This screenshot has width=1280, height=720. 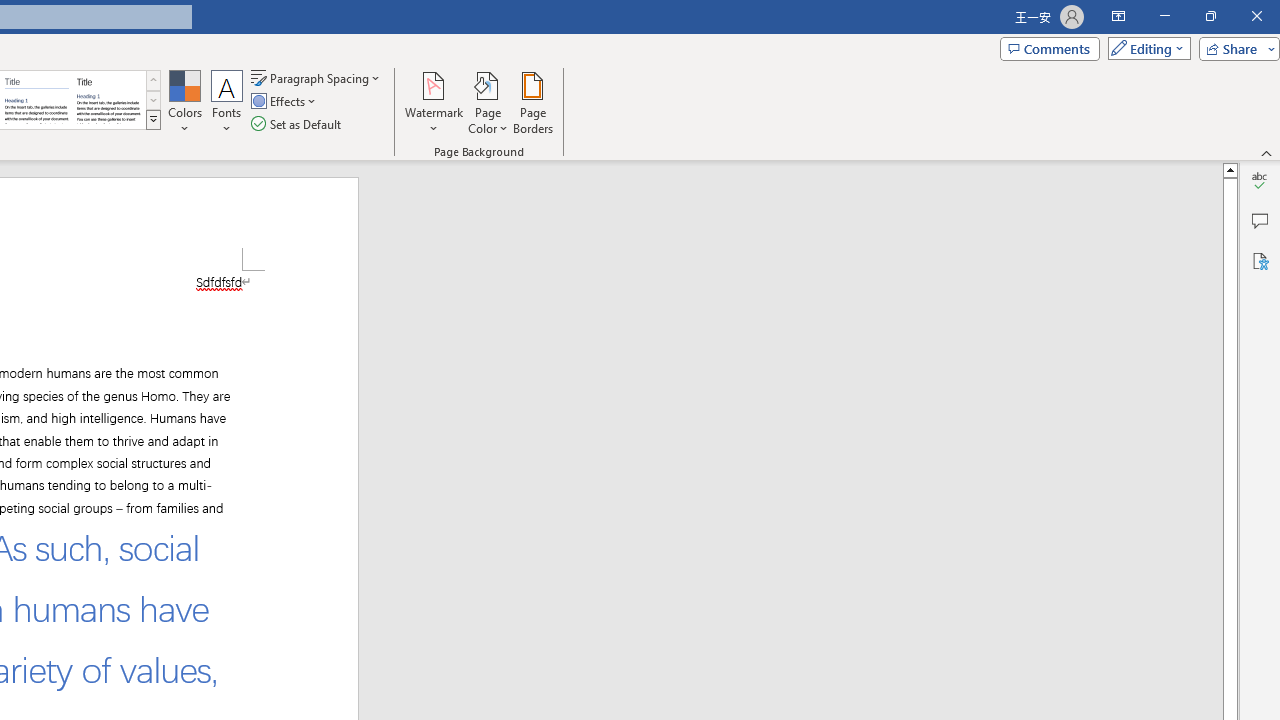 What do you see at coordinates (433, 103) in the screenshot?
I see `'Watermark'` at bounding box center [433, 103].